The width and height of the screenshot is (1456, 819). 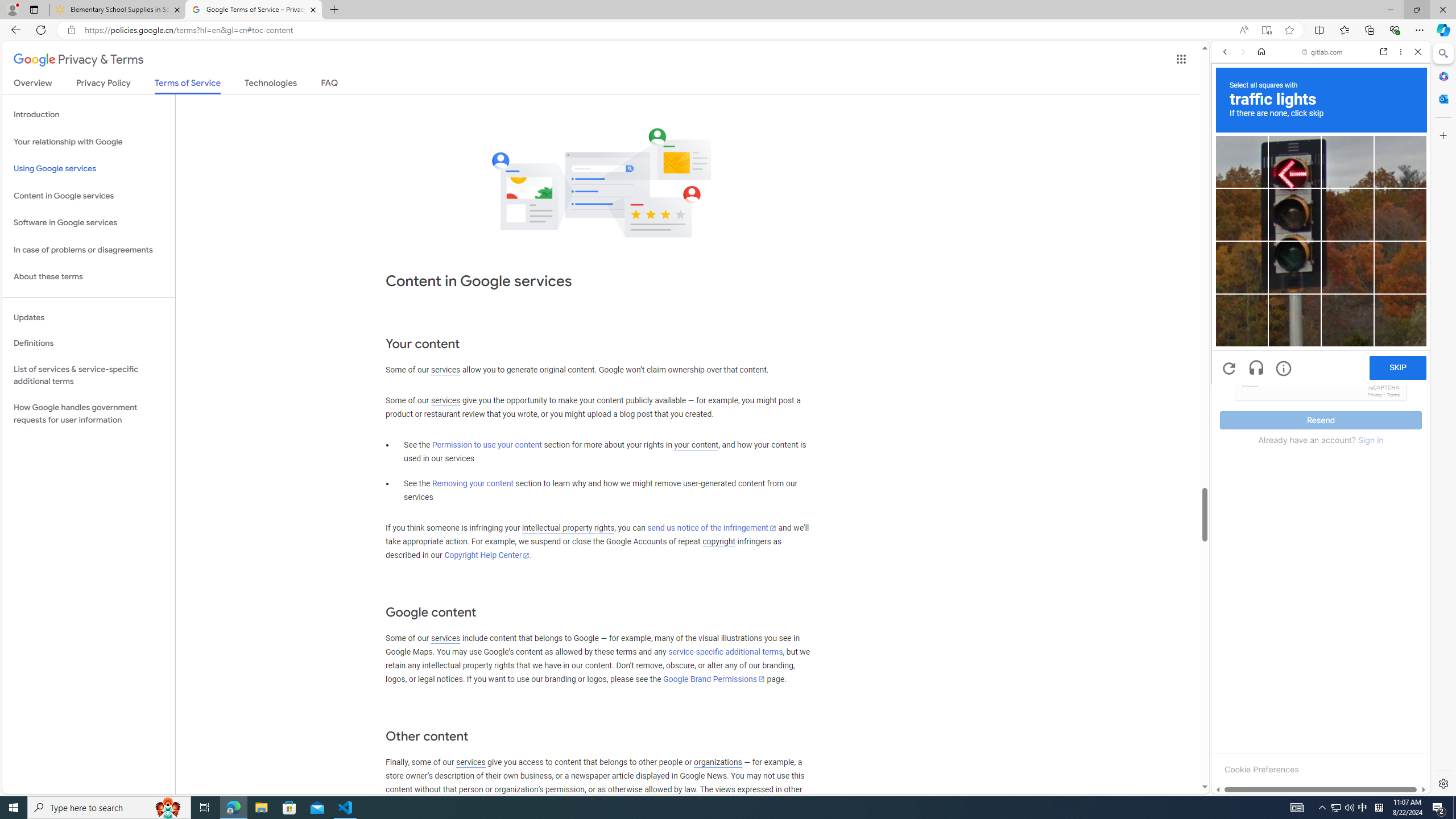 I want to click on 'Get an audio challenge', so click(x=1256, y=368).